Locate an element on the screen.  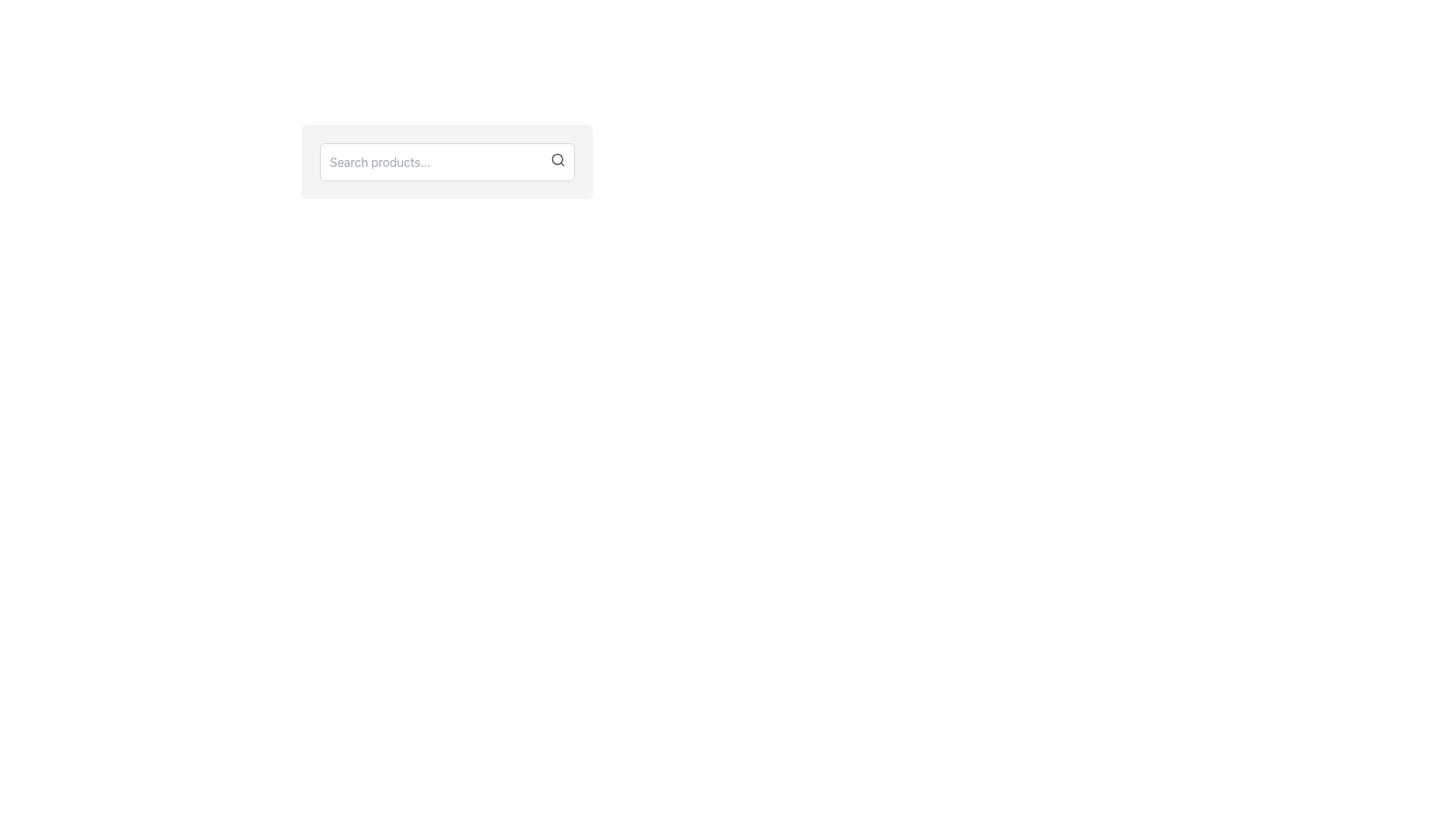
the circular graphic element that is part of the search icon located at the far right of the search bar is located at coordinates (557, 159).